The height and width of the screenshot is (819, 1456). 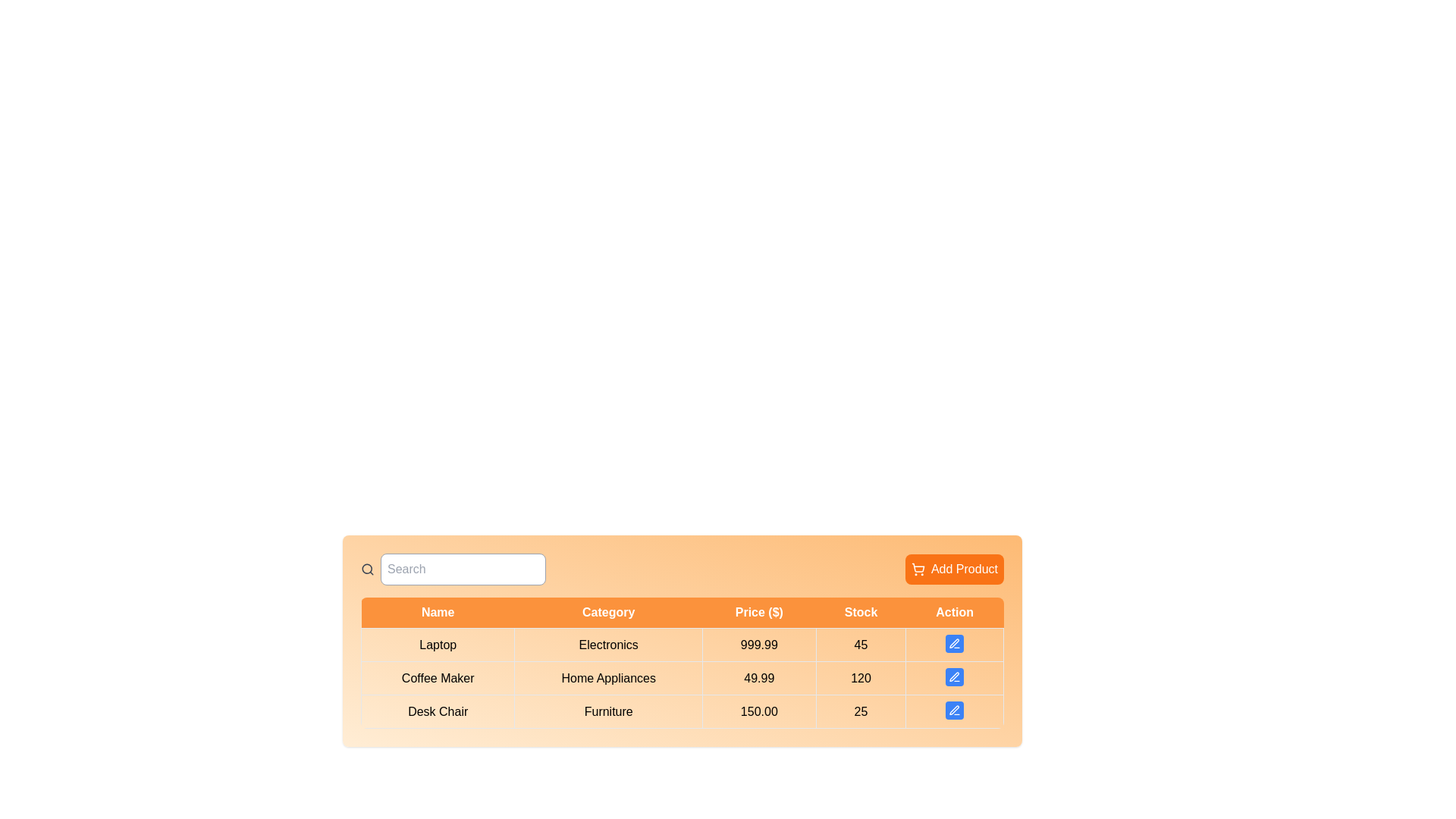 I want to click on the table cell displaying the price '150.00' in the third row under the 'Price ($)' header, which is centered in a light orange rectangular cell, so click(x=759, y=711).